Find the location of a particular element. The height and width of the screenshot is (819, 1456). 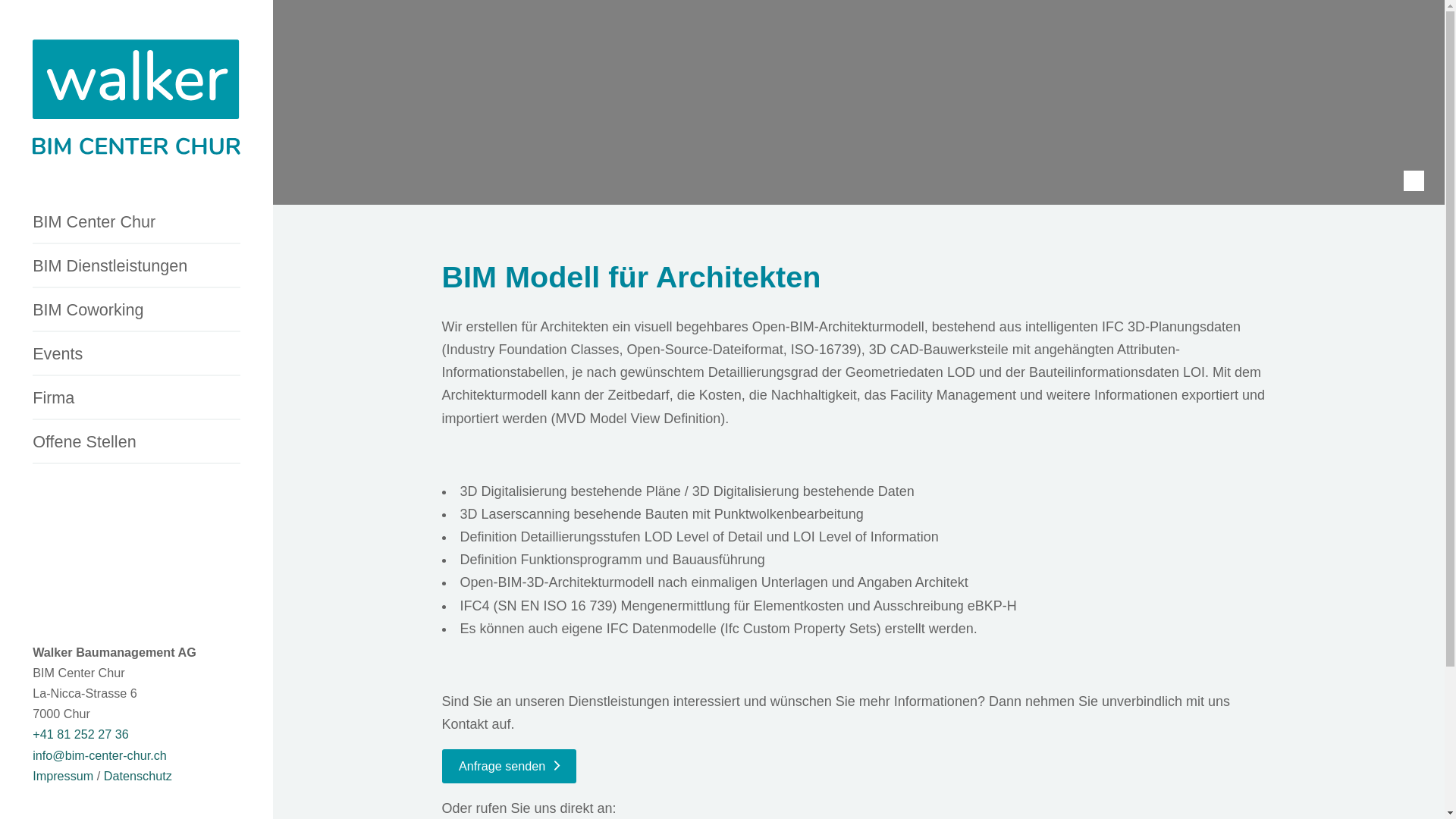

'info@bim-center-chur.ch' is located at coordinates (99, 755).